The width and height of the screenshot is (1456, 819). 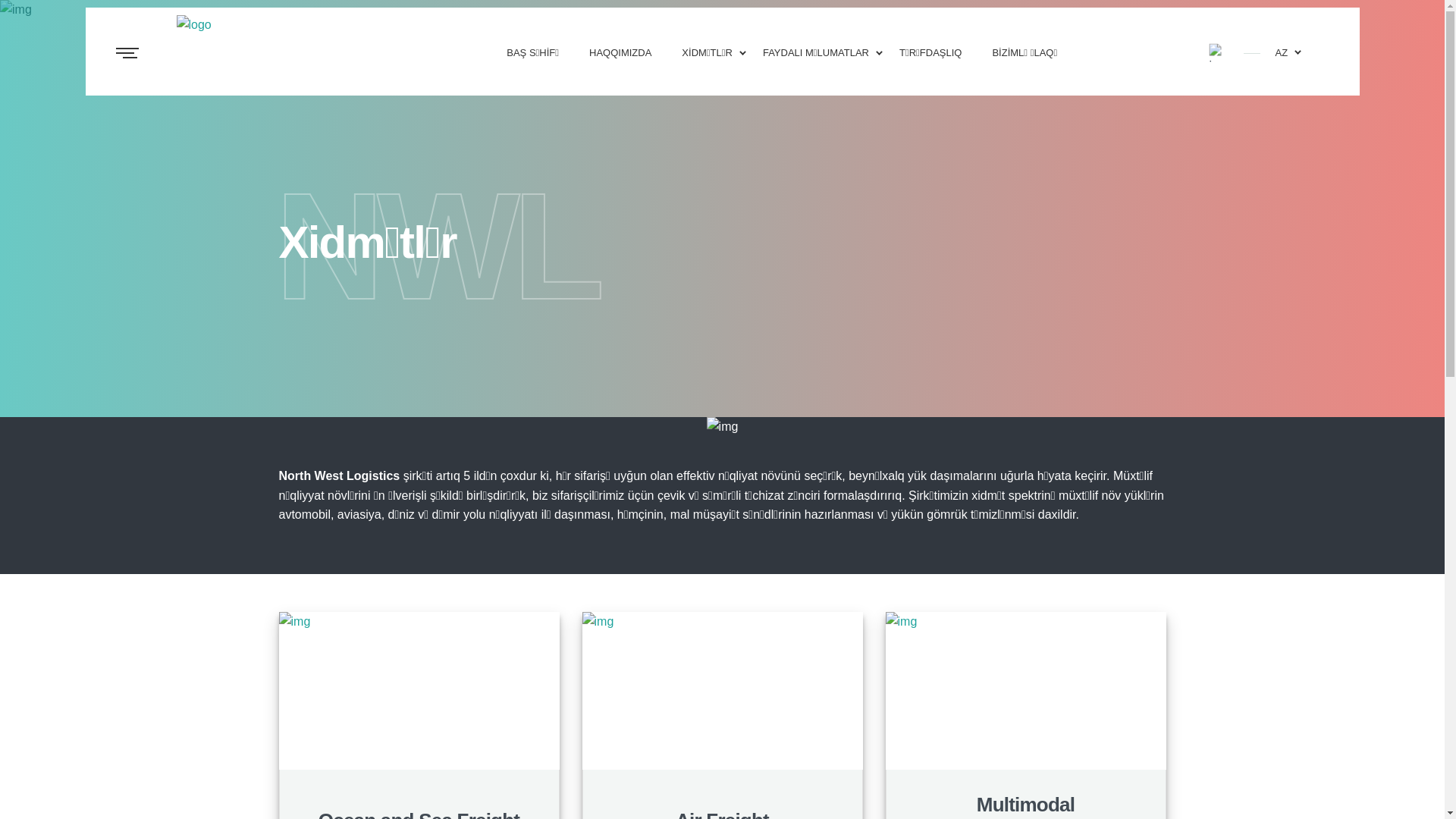 I want to click on 'HAQQIMIZDA', so click(x=620, y=51).